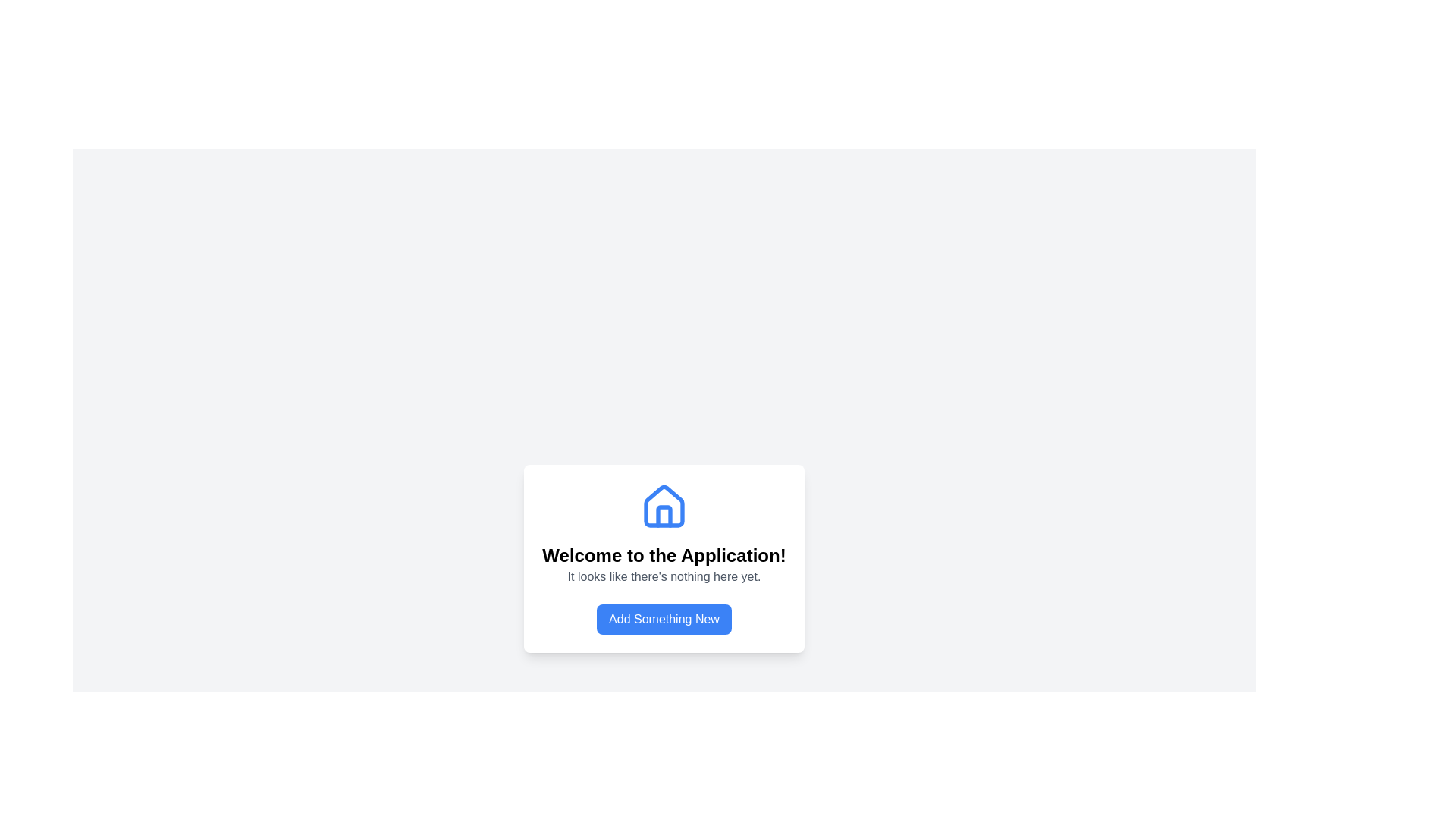 This screenshot has width=1456, height=819. I want to click on the button with a blue background and white text reading 'Add Something New', so click(664, 620).